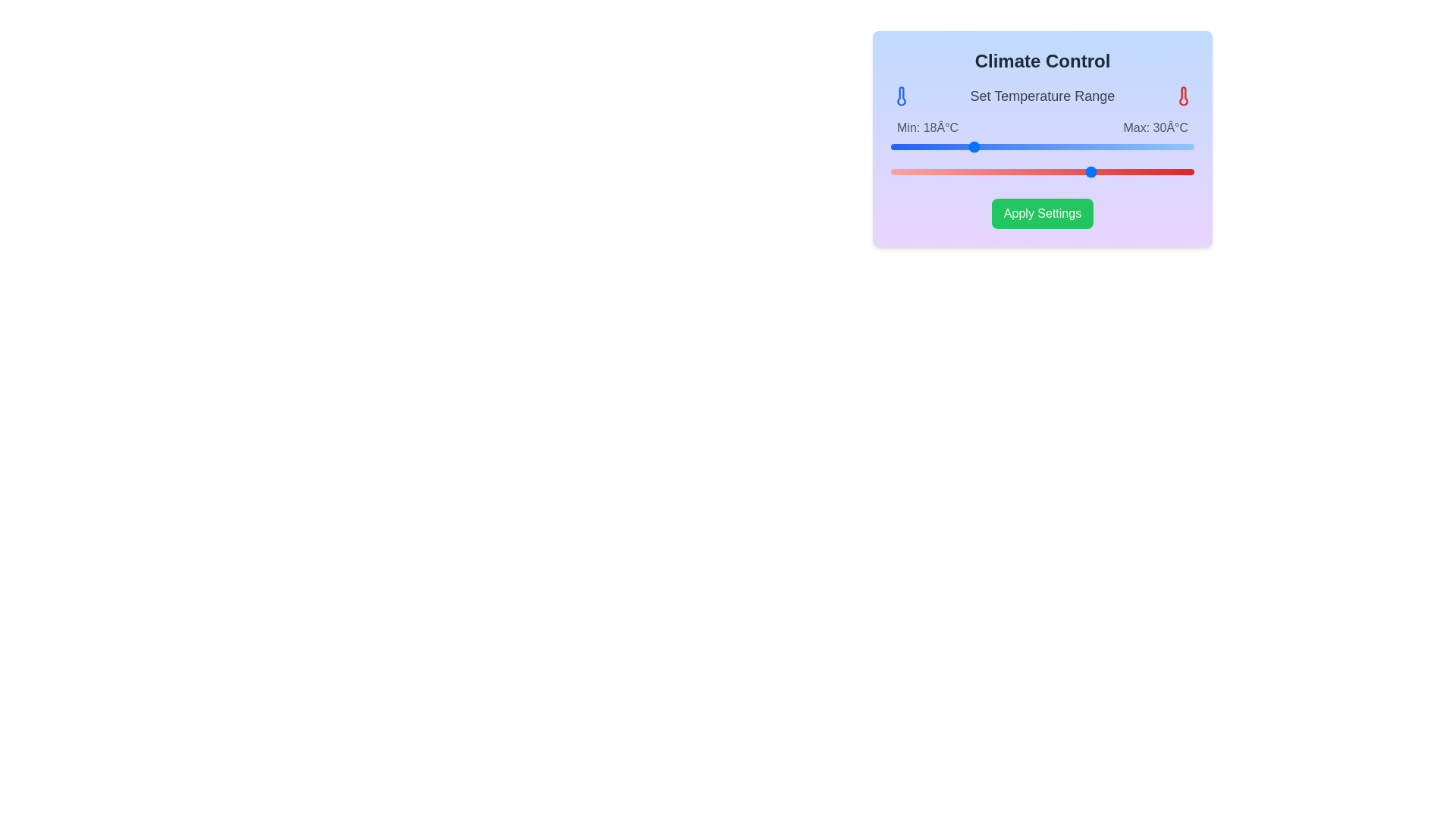 The height and width of the screenshot is (819, 1456). Describe the element at coordinates (950, 146) in the screenshot. I see `the left slider to set the minimum temperature to 16°C` at that location.